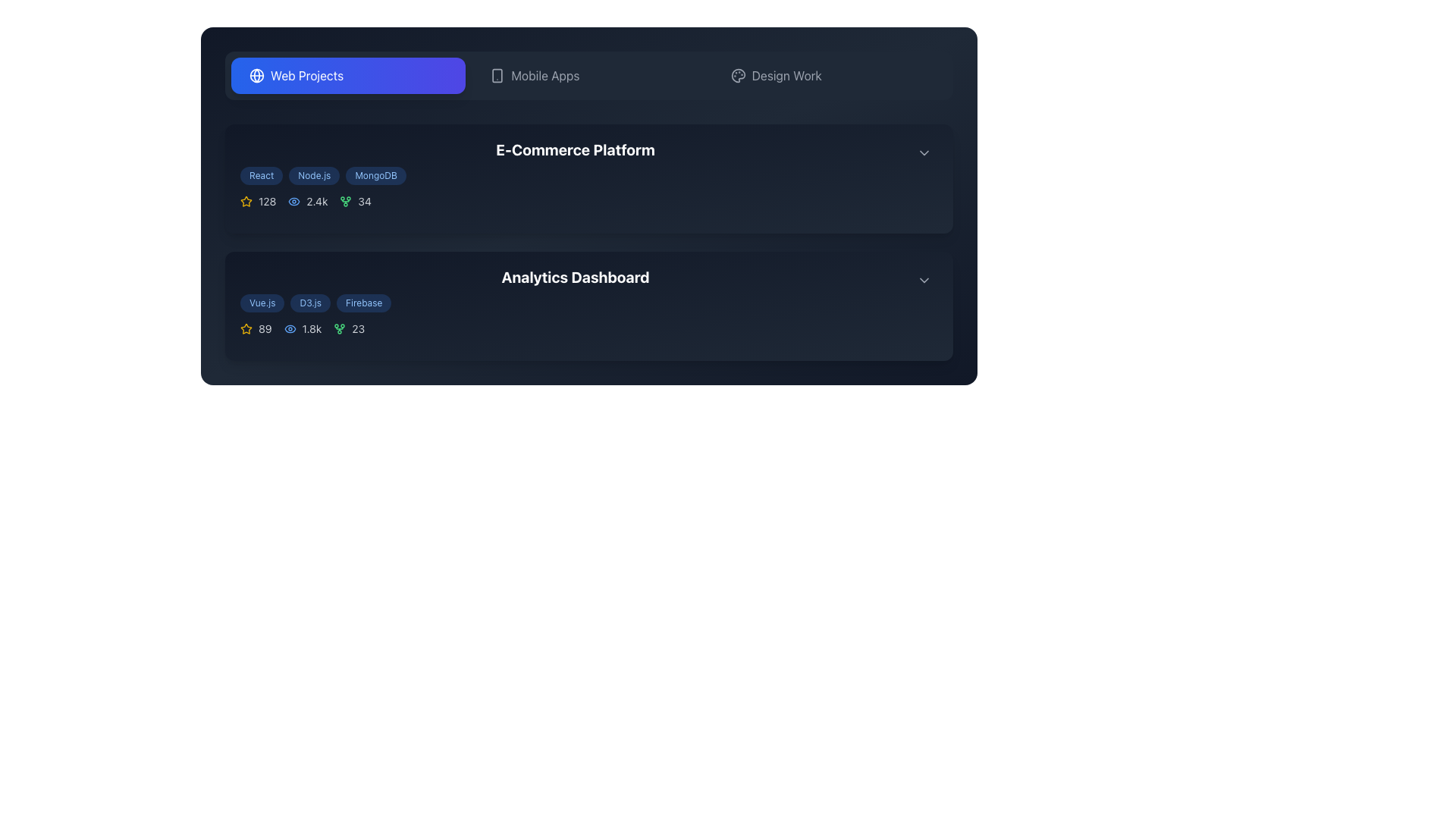  What do you see at coordinates (924, 281) in the screenshot?
I see `the toggle button located on the right of the Analytics Dashboard section to show or hide its content` at bounding box center [924, 281].